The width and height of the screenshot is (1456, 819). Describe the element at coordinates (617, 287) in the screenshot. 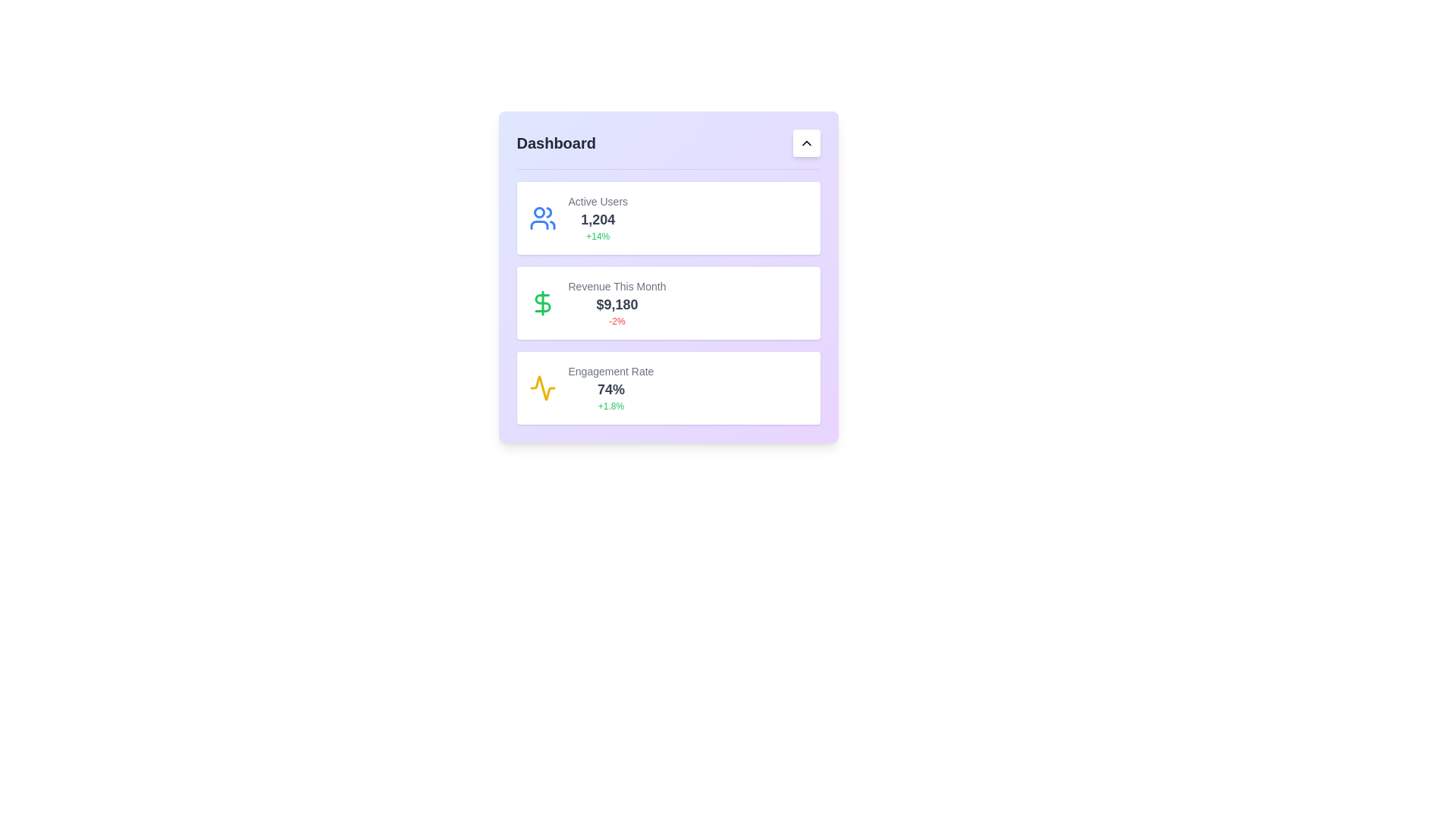

I see `the static text label displaying 'Revenue This Month', which is a muted gray colored label positioned at the top of the financial metrics box in the second card of the dashboard` at that location.